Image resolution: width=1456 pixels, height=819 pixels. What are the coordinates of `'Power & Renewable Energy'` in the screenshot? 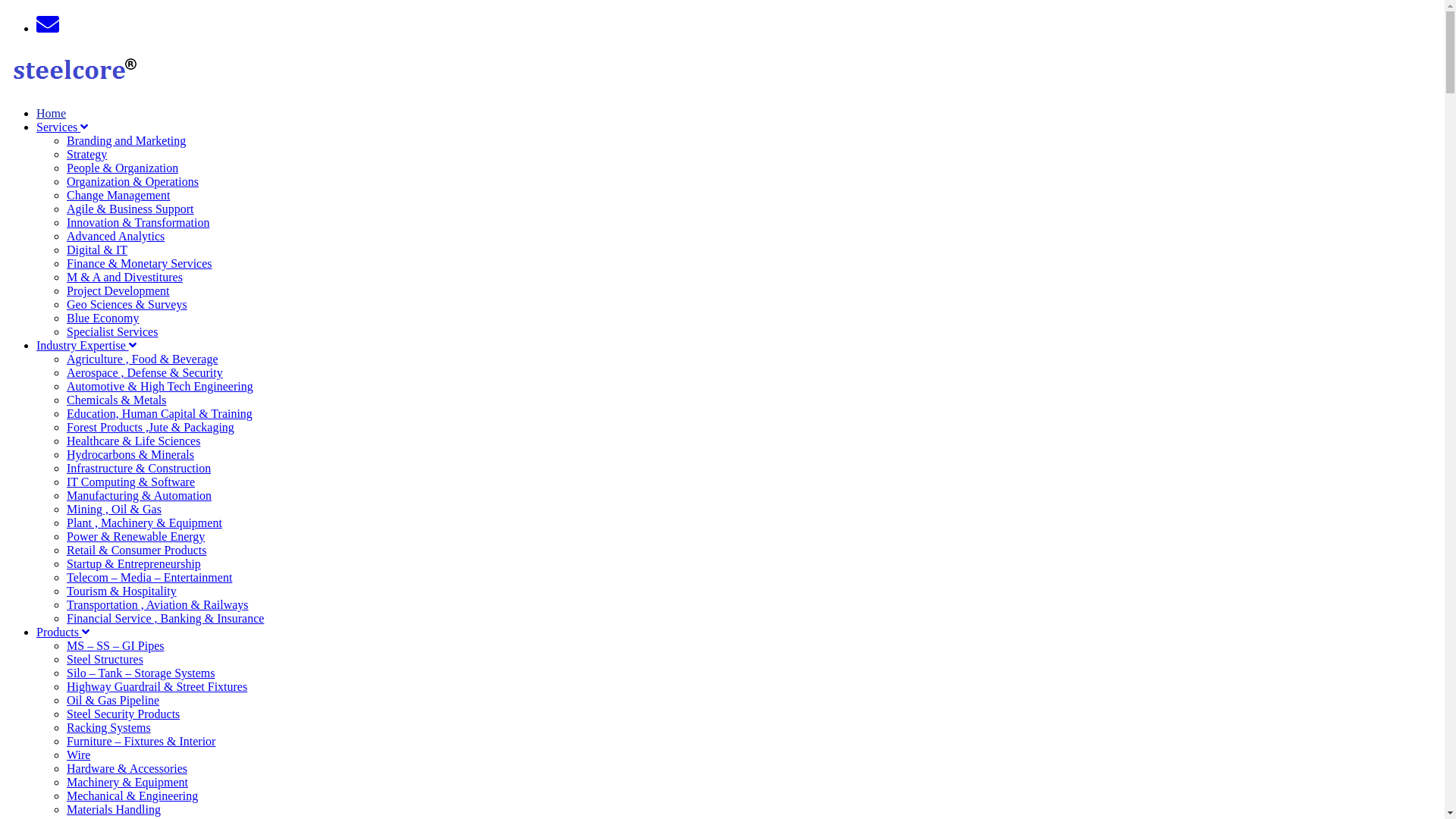 It's located at (135, 535).